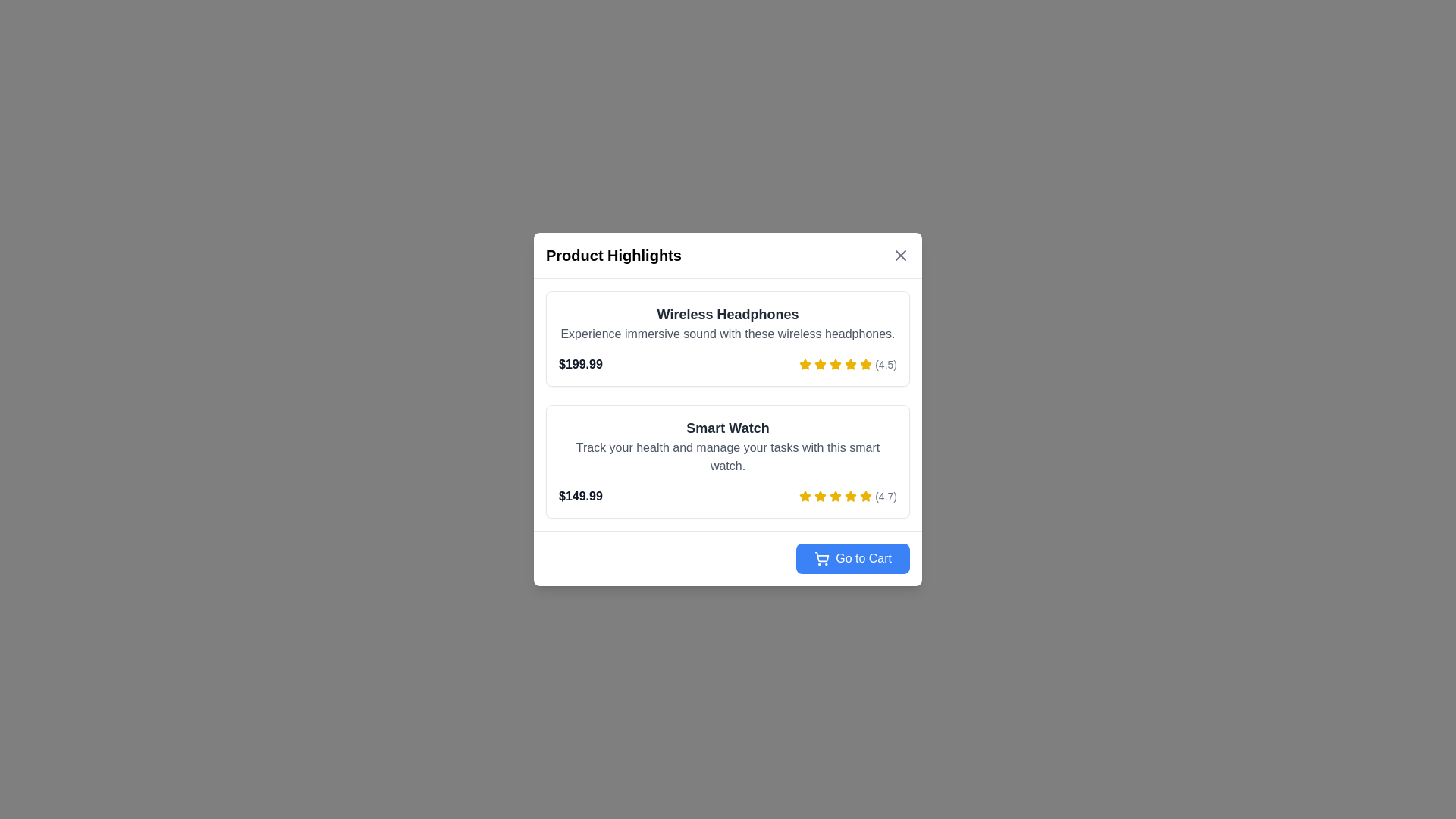 This screenshot has height=819, width=1456. What do you see at coordinates (835, 364) in the screenshot?
I see `the first star icon in the second row of the product rating system, which visually represents one unit of a rating` at bounding box center [835, 364].